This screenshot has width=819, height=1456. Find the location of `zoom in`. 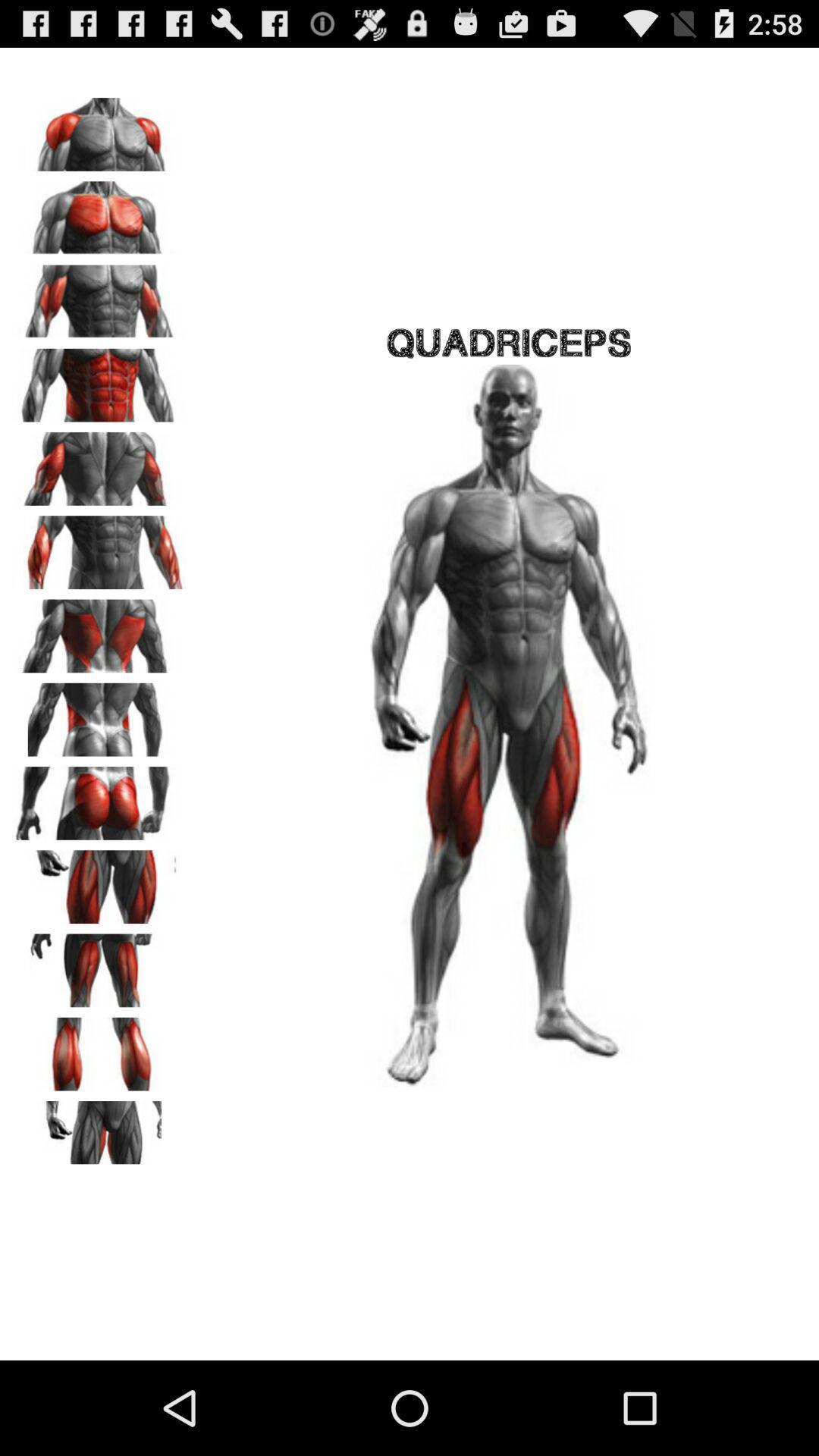

zoom in is located at coordinates (99, 1132).